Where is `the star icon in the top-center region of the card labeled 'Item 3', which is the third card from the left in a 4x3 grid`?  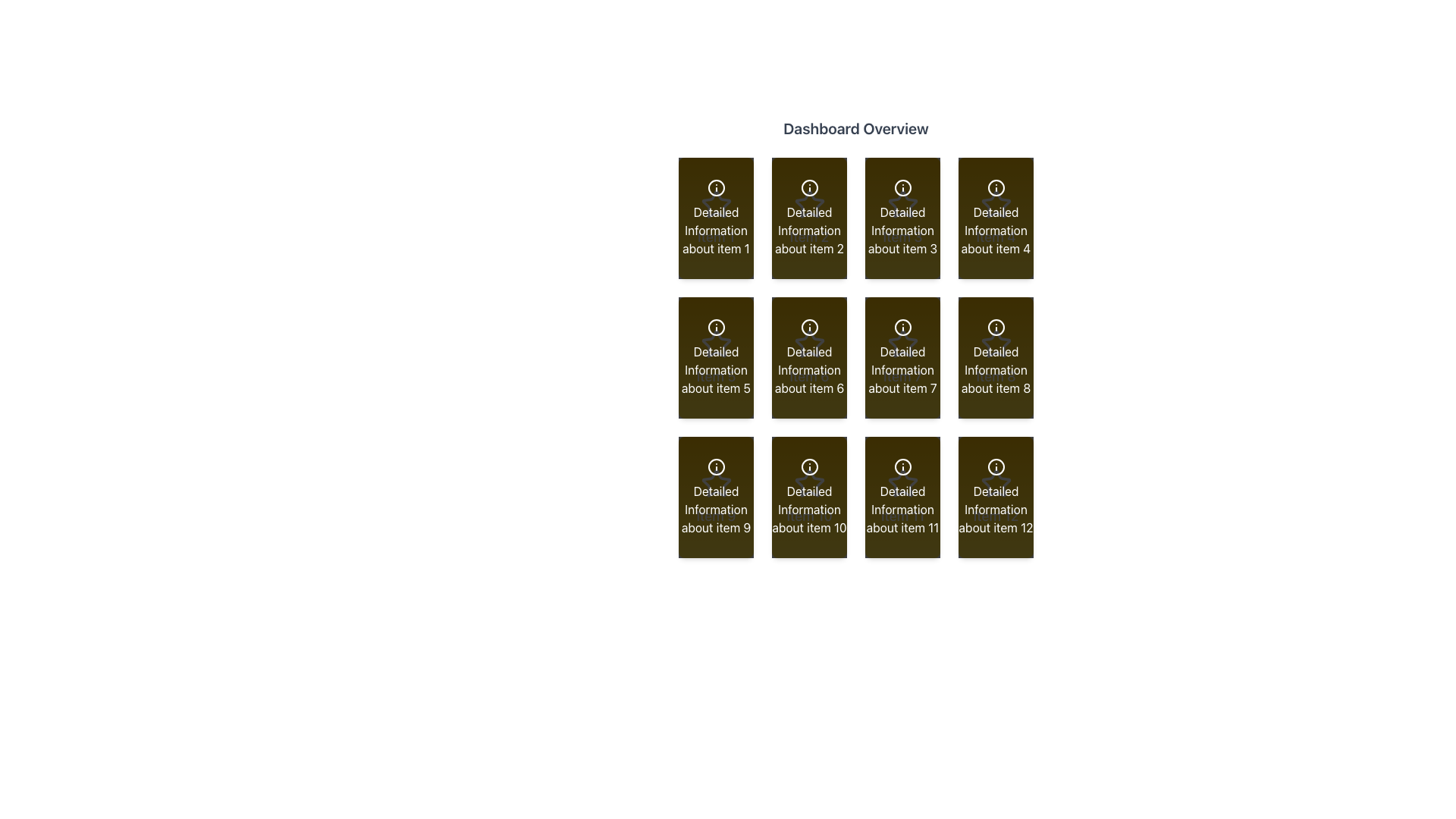 the star icon in the top-center region of the card labeled 'Item 3', which is the third card from the left in a 4x3 grid is located at coordinates (902, 205).